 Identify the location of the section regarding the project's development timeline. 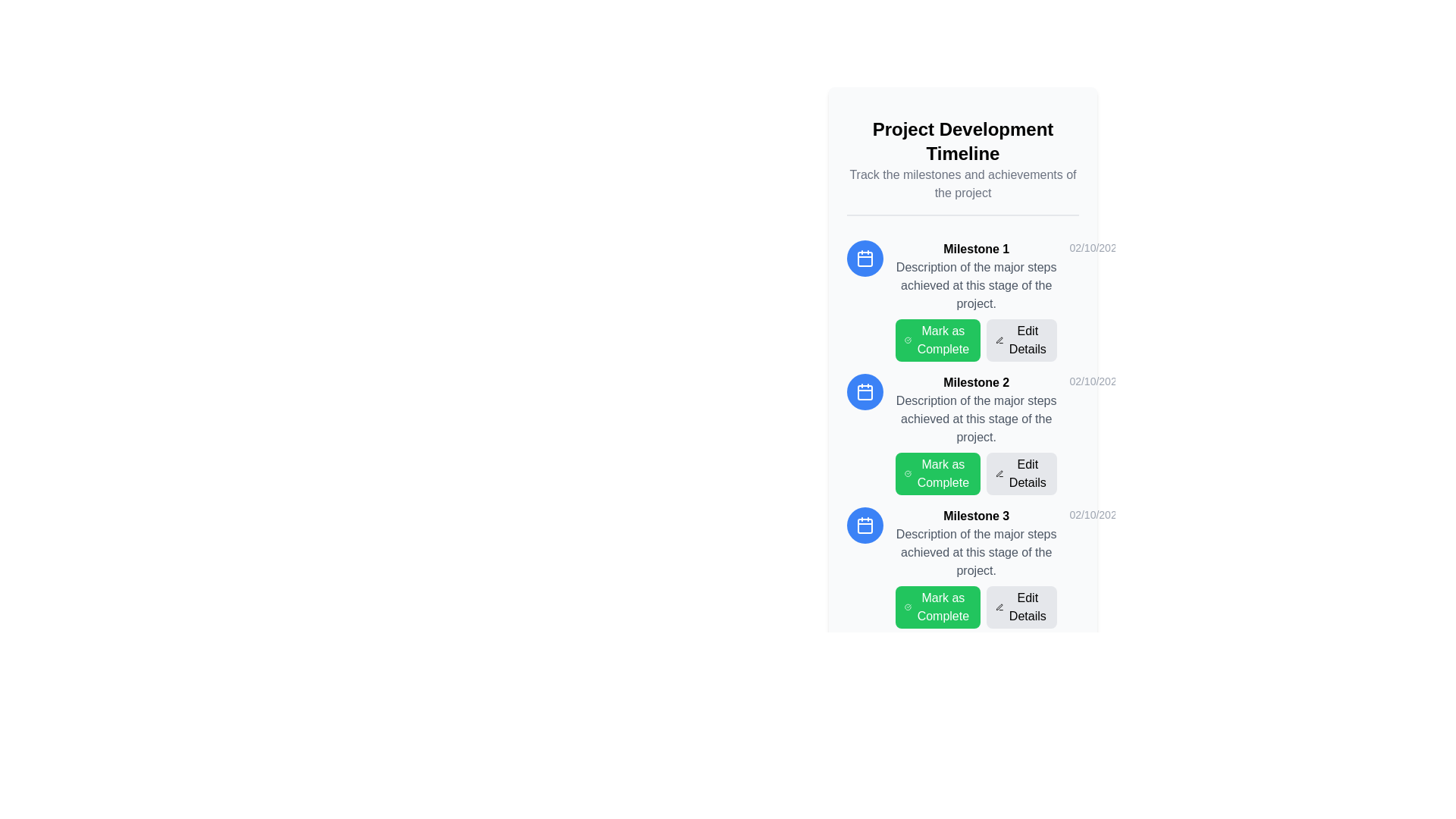
(962, 141).